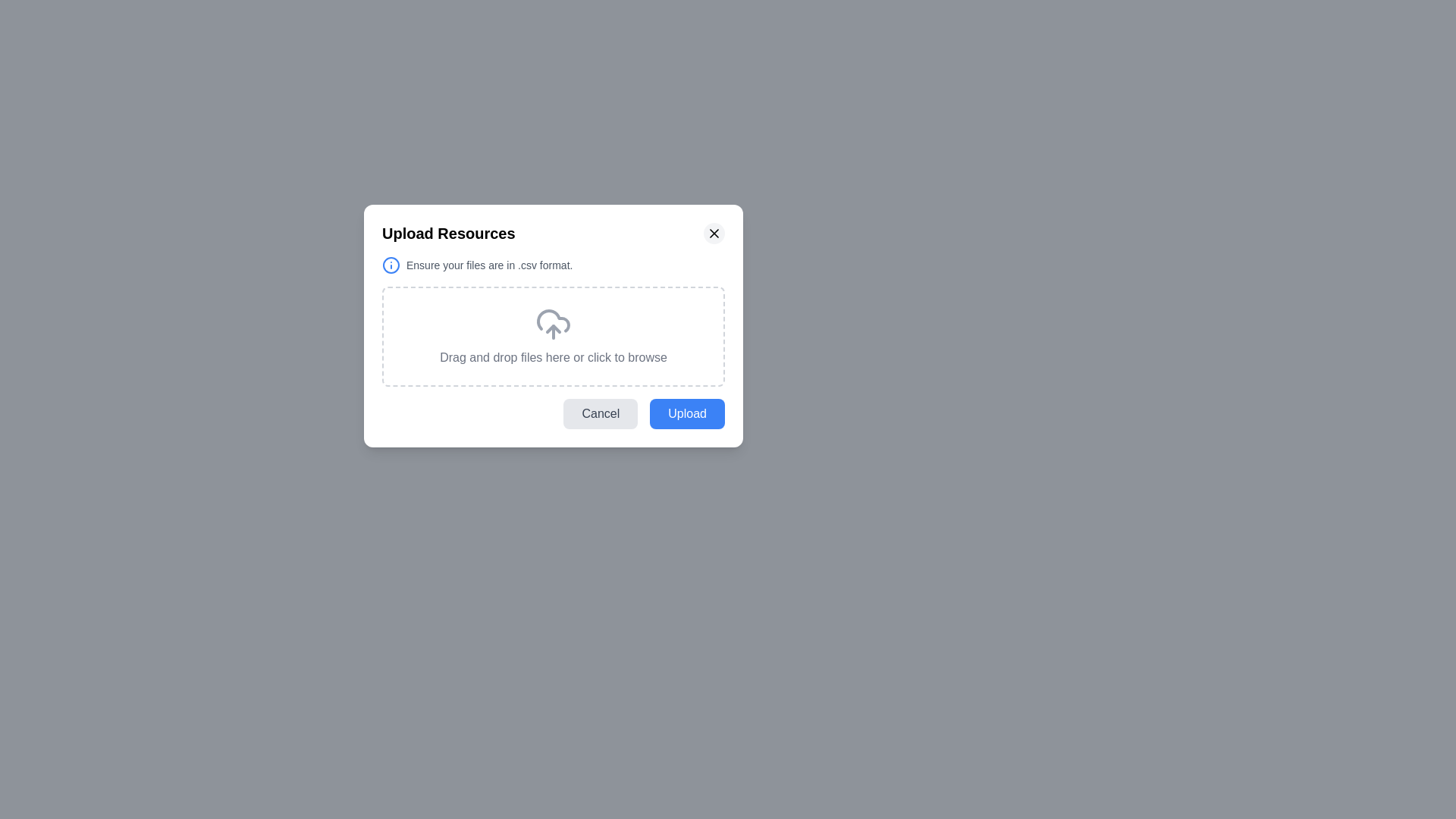 Image resolution: width=1456 pixels, height=819 pixels. I want to click on the 'Upload Resources' text label, which is a prominent header in bold black font located at the top-left part of the dialog box, so click(447, 234).